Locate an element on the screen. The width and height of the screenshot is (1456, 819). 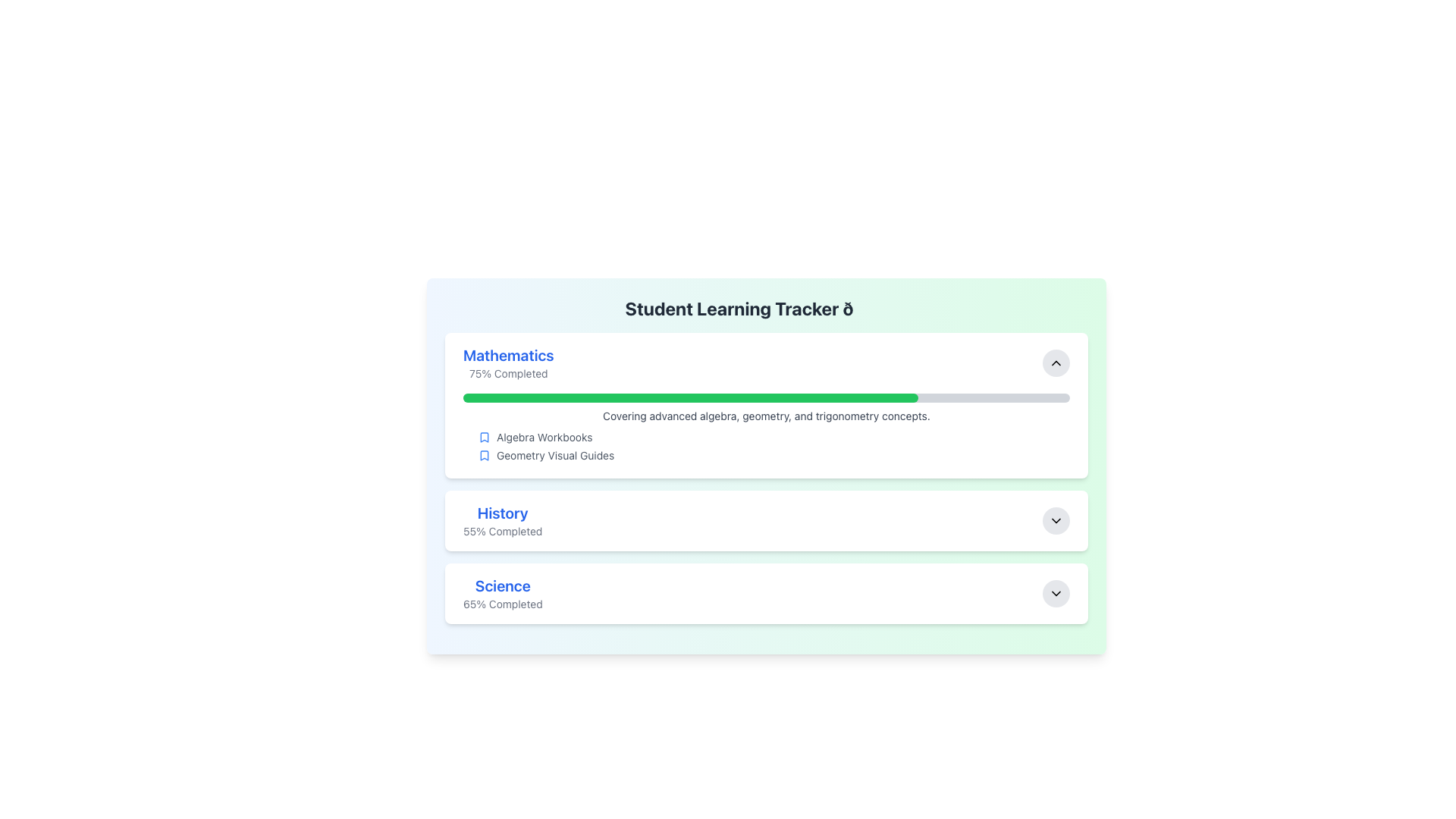
displayed information in the 'Mathematics' informational module, which includes the title, completion percentage, progress bar, and descriptive line is located at coordinates (767, 405).